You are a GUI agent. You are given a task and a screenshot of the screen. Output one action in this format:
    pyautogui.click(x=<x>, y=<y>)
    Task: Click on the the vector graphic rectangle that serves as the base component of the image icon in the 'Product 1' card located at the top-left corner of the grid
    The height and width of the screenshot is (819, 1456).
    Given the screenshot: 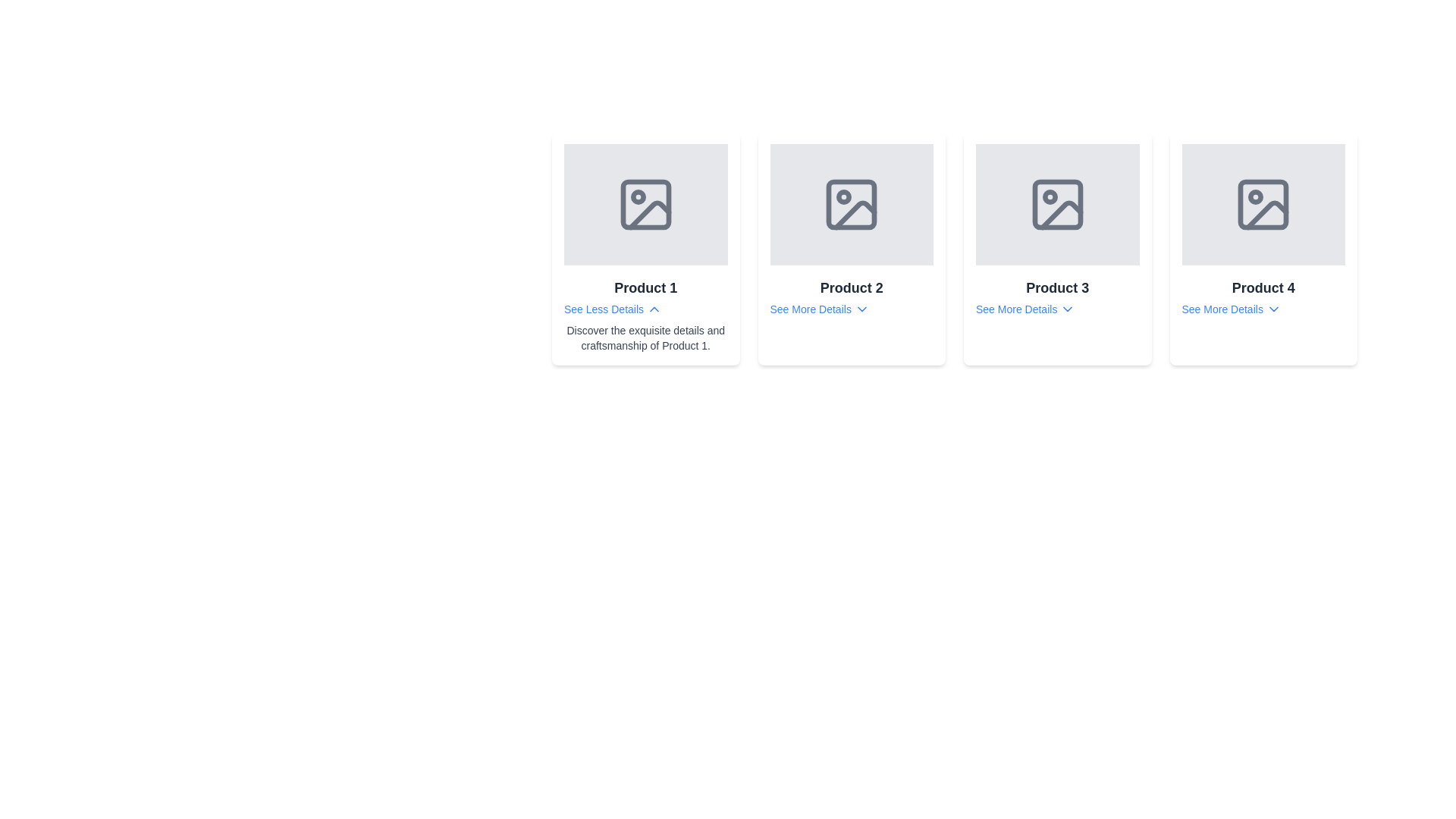 What is the action you would take?
    pyautogui.click(x=645, y=205)
    